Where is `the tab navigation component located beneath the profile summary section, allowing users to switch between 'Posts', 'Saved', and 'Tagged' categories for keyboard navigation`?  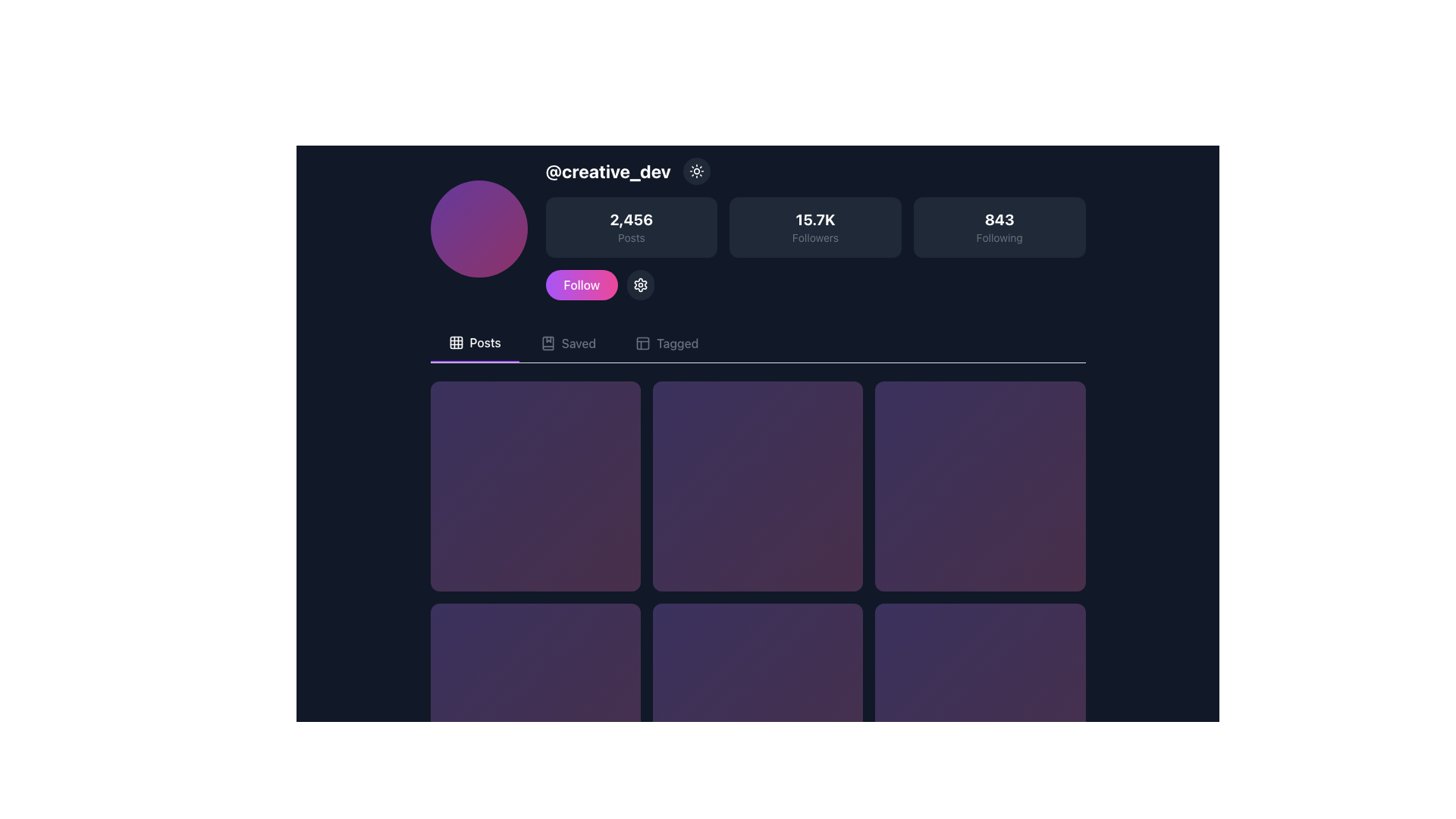 the tab navigation component located beneath the profile summary section, allowing users to switch between 'Posts', 'Saved', and 'Tagged' categories for keyboard navigation is located at coordinates (758, 344).